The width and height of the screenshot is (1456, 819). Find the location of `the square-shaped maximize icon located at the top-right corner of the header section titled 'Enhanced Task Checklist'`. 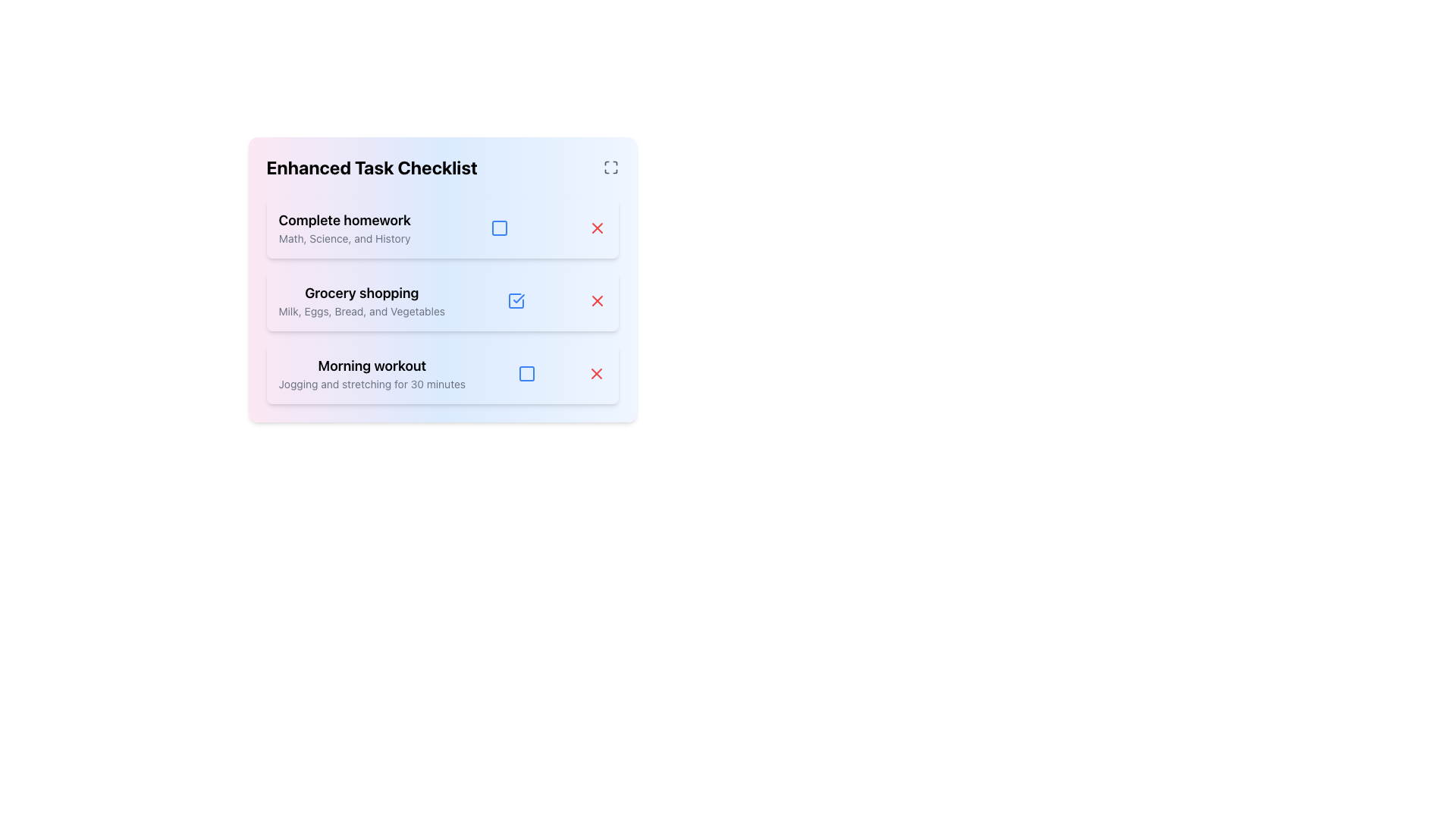

the square-shaped maximize icon located at the top-right corner of the header section titled 'Enhanced Task Checklist' is located at coordinates (610, 167).